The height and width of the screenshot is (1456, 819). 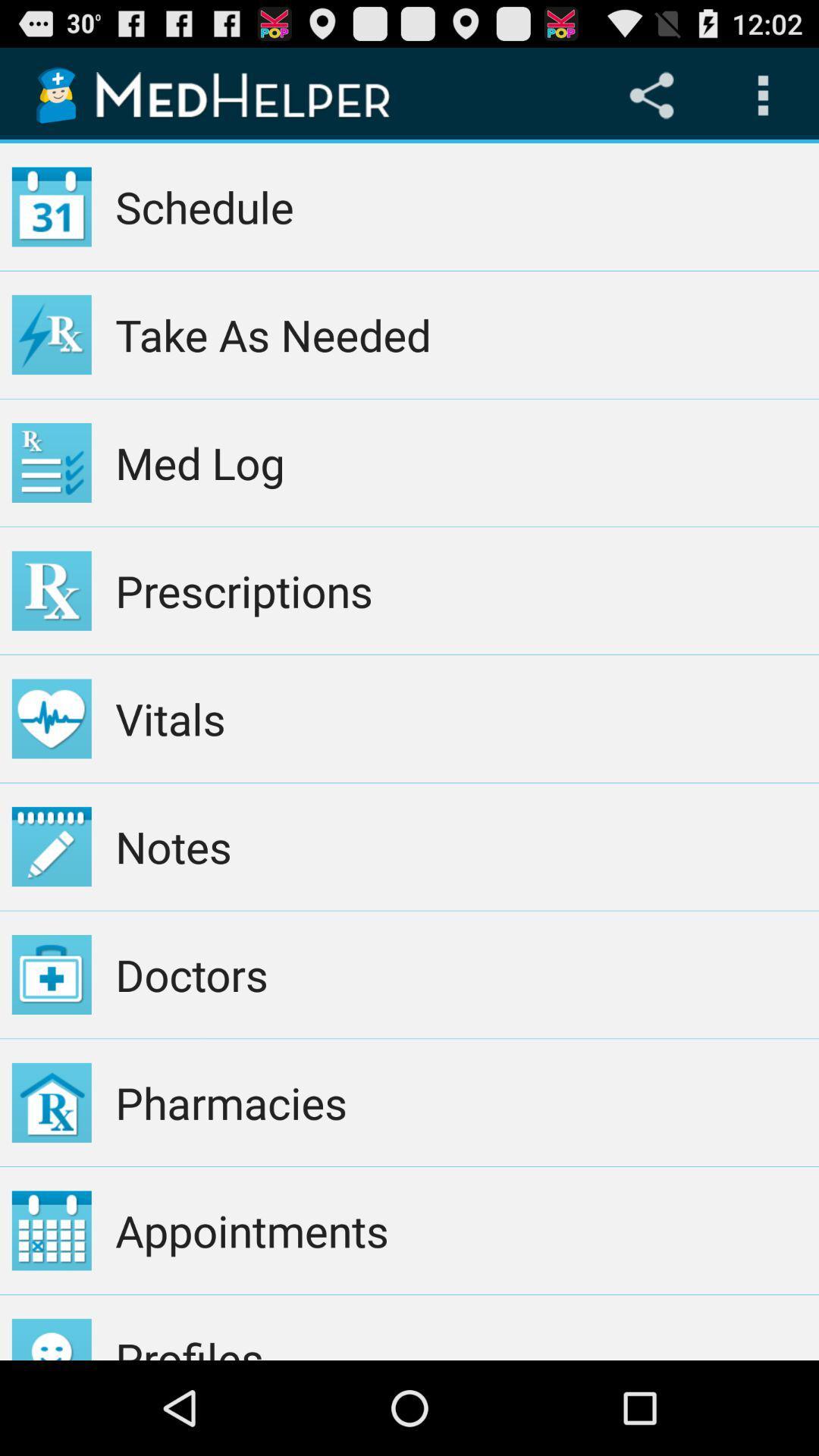 I want to click on the icon above take as needed item, so click(x=460, y=206).